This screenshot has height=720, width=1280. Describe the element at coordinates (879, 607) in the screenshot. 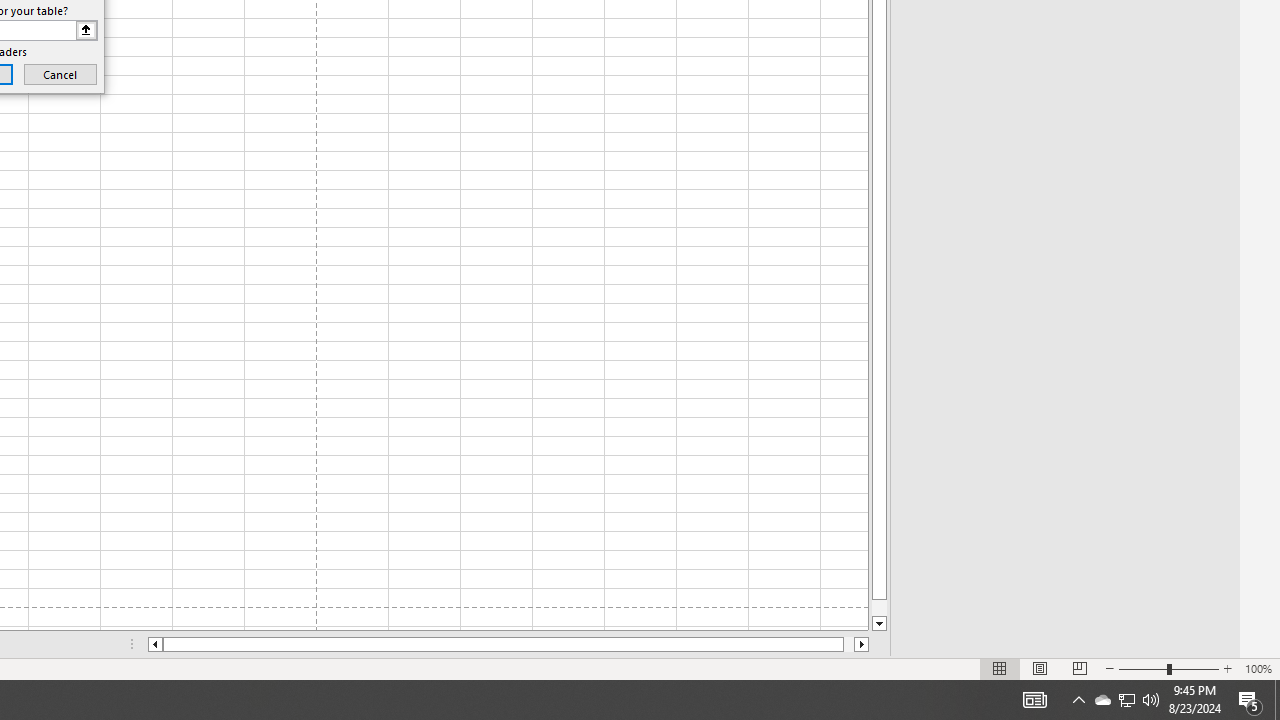

I see `'Page down'` at that location.